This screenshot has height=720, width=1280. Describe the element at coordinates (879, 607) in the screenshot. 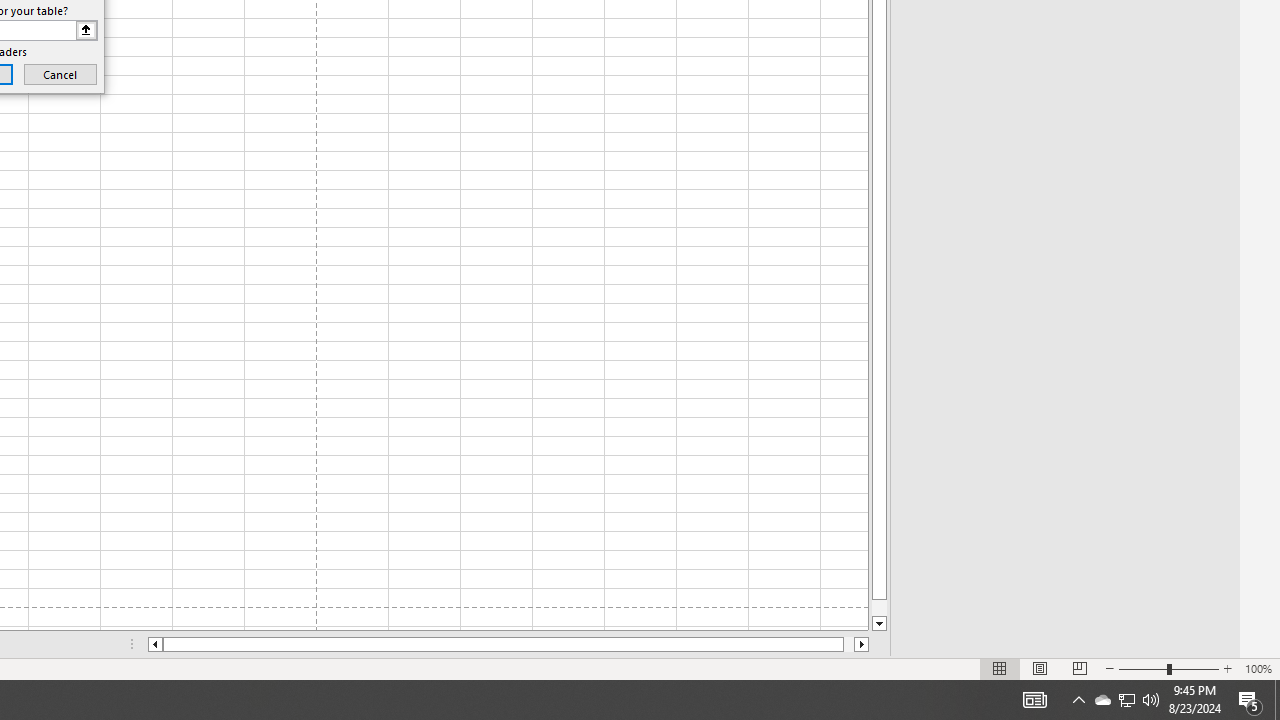

I see `'Page down'` at that location.